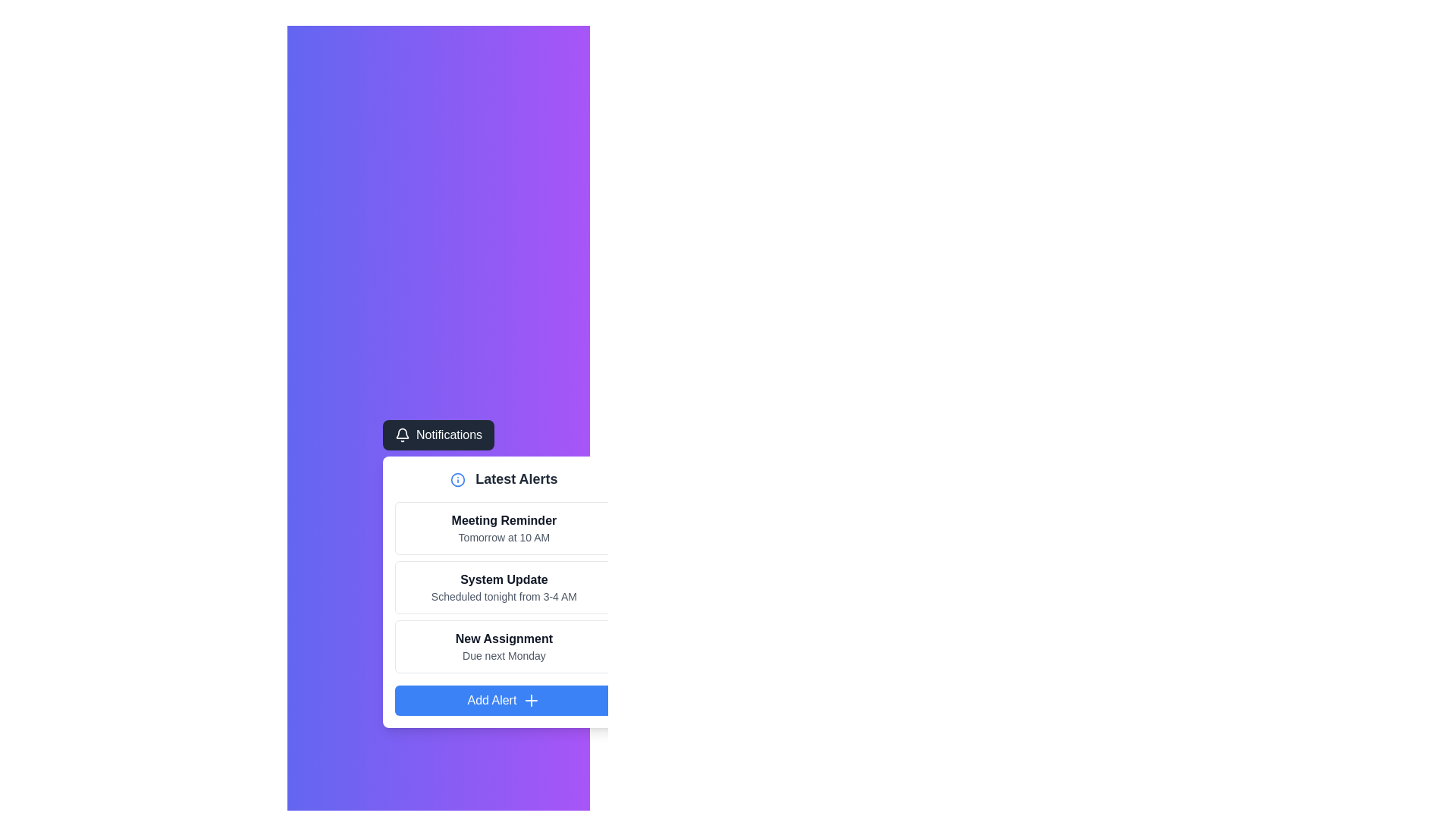 This screenshot has width=1456, height=819. What do you see at coordinates (504, 479) in the screenshot?
I see `the icon of the Text header in the notifications section` at bounding box center [504, 479].